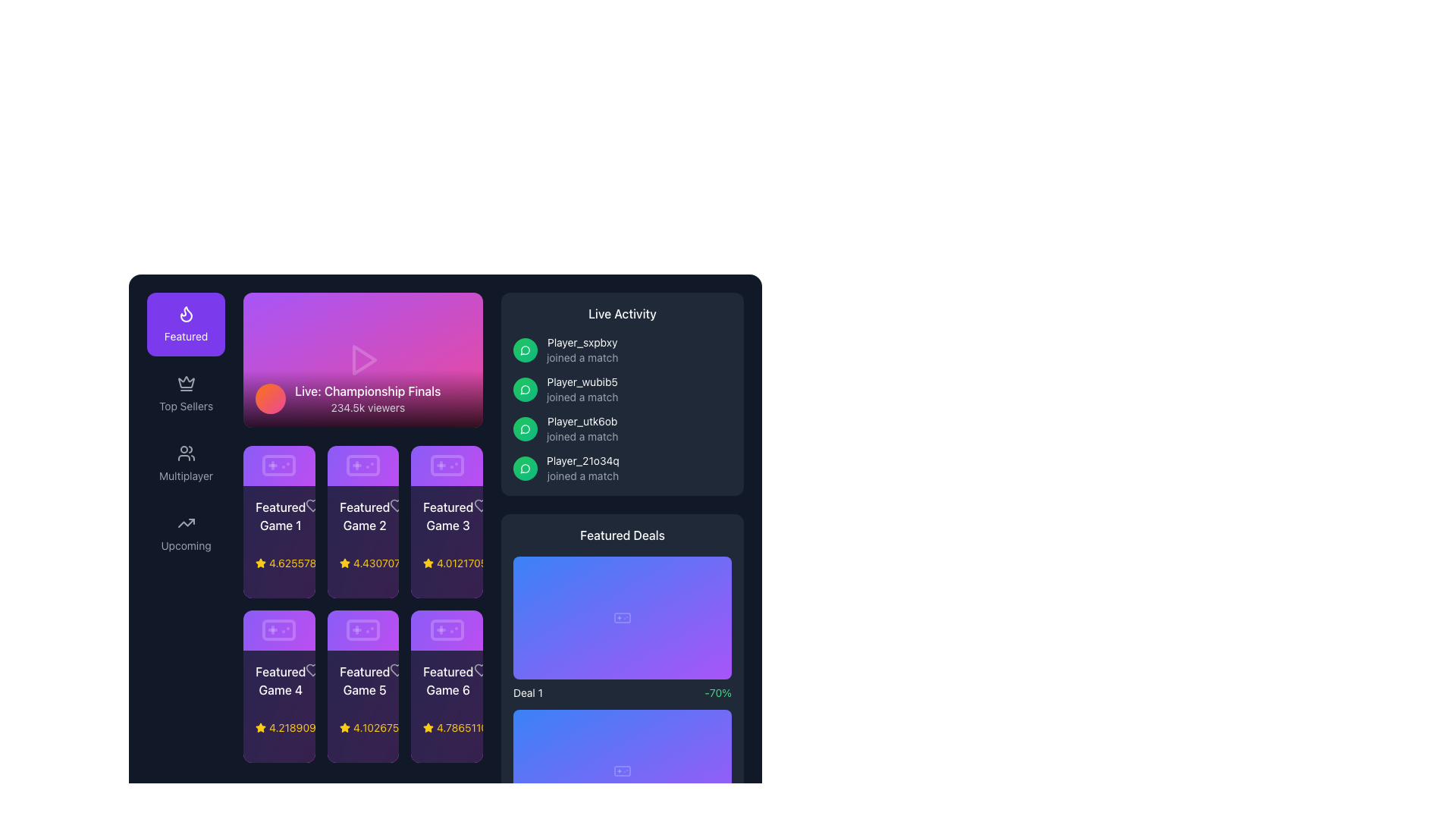  What do you see at coordinates (582, 436) in the screenshot?
I see `the text label indicating the activity status of the player, which states that the player has joined a match, located below 'Player_utk6ob' in the 'Live Activity' panel` at bounding box center [582, 436].